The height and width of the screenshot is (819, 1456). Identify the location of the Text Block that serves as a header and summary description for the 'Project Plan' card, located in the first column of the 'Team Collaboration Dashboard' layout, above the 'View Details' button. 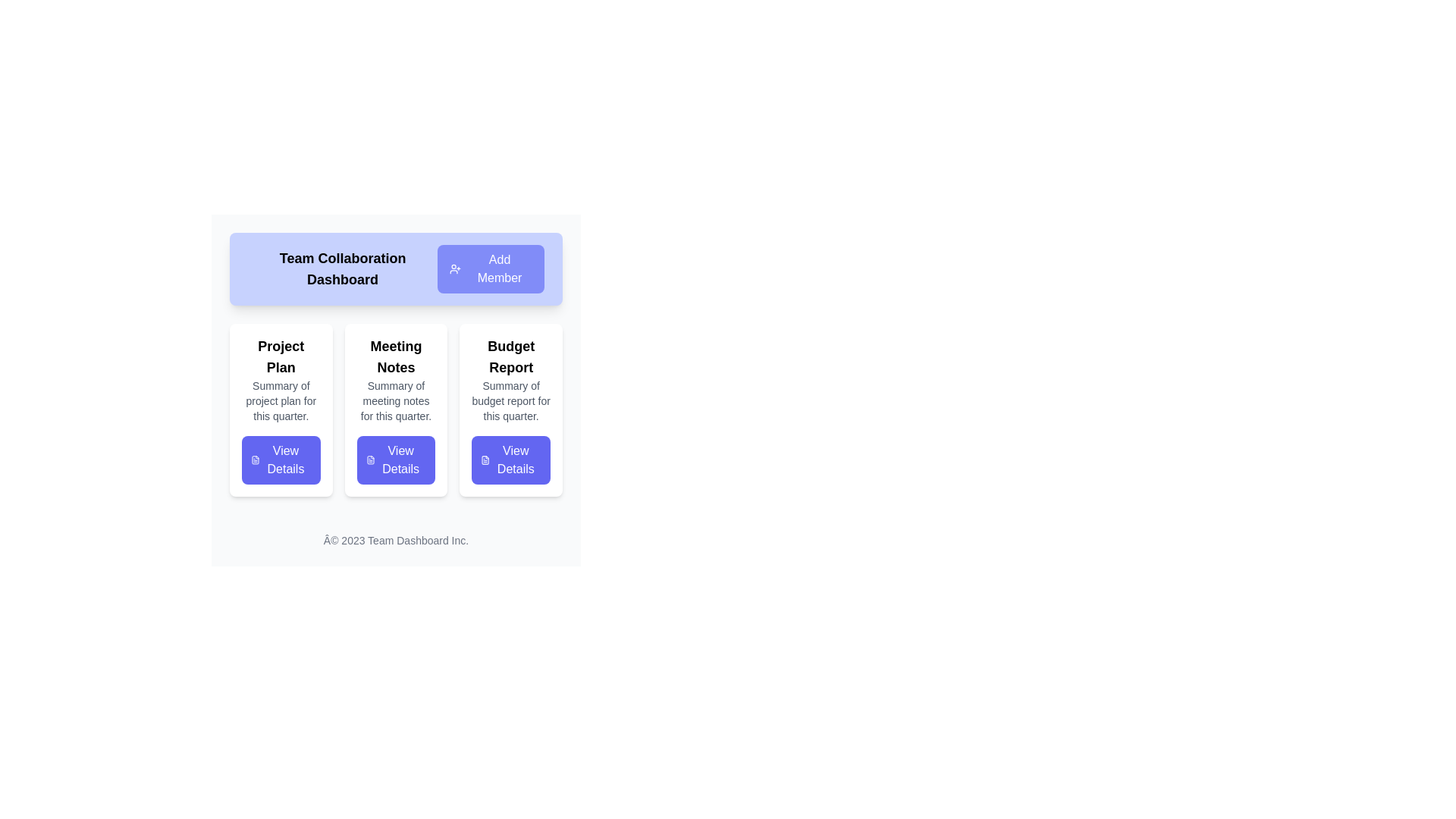
(281, 379).